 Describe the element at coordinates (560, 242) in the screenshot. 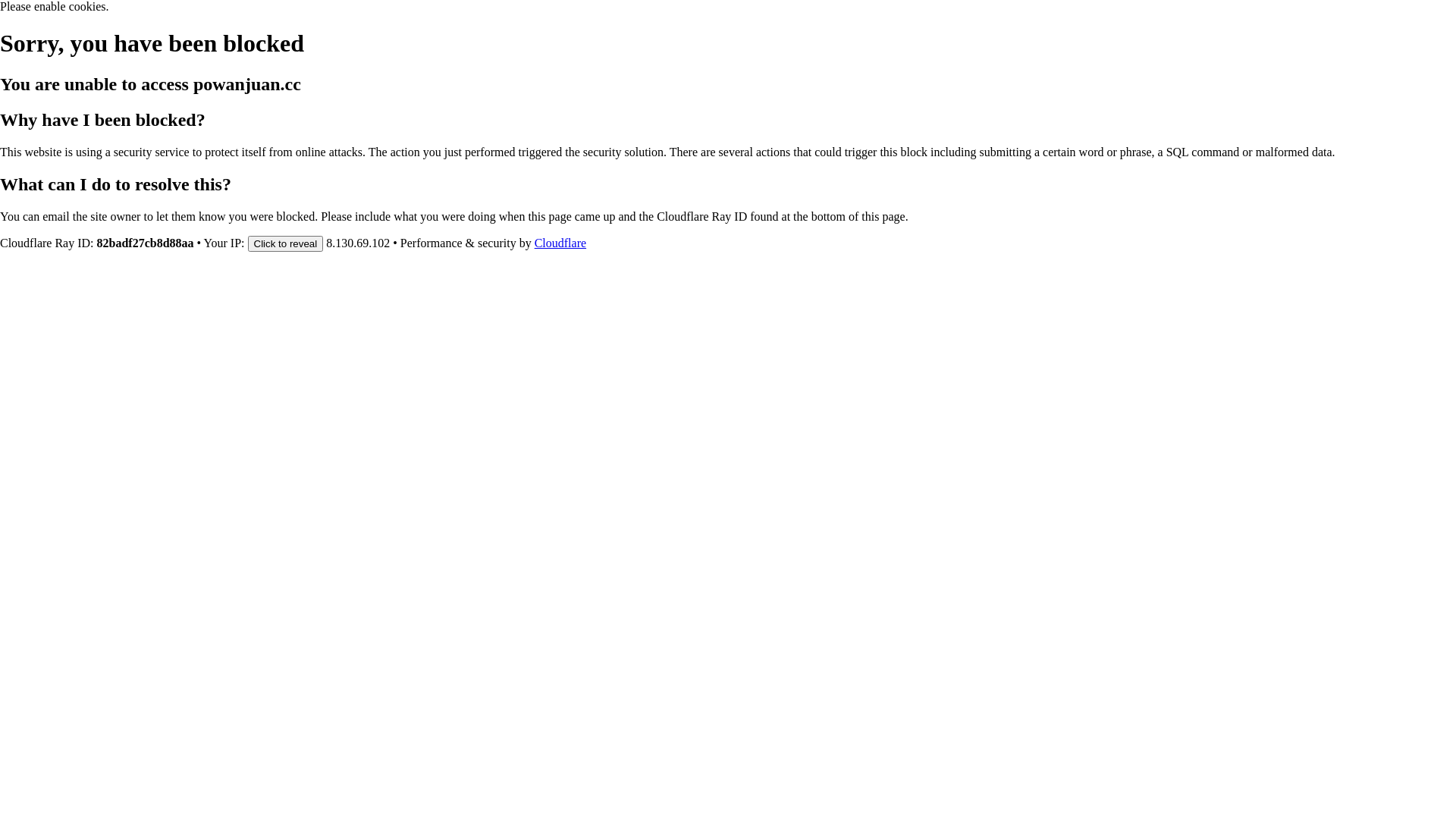

I see `'Cloudflare'` at that location.